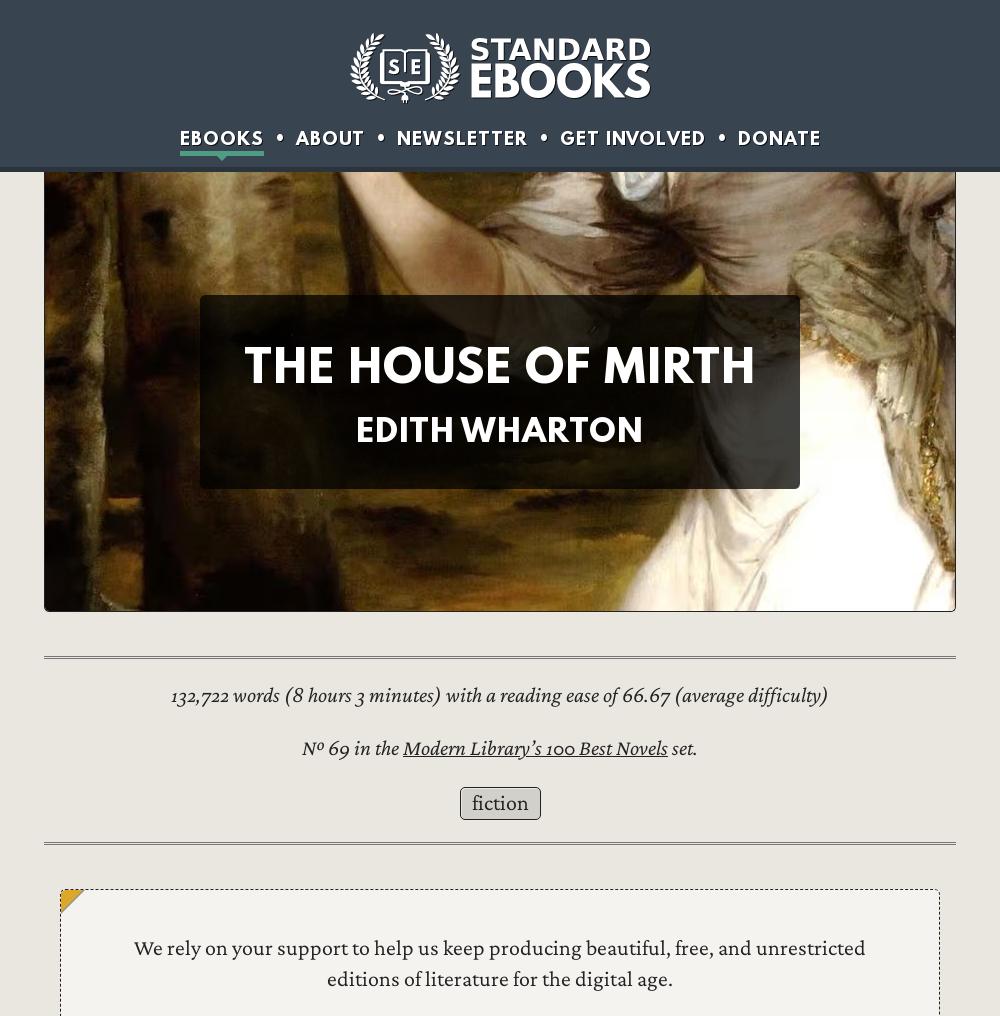  Describe the element at coordinates (295, 136) in the screenshot. I see `'About'` at that location.